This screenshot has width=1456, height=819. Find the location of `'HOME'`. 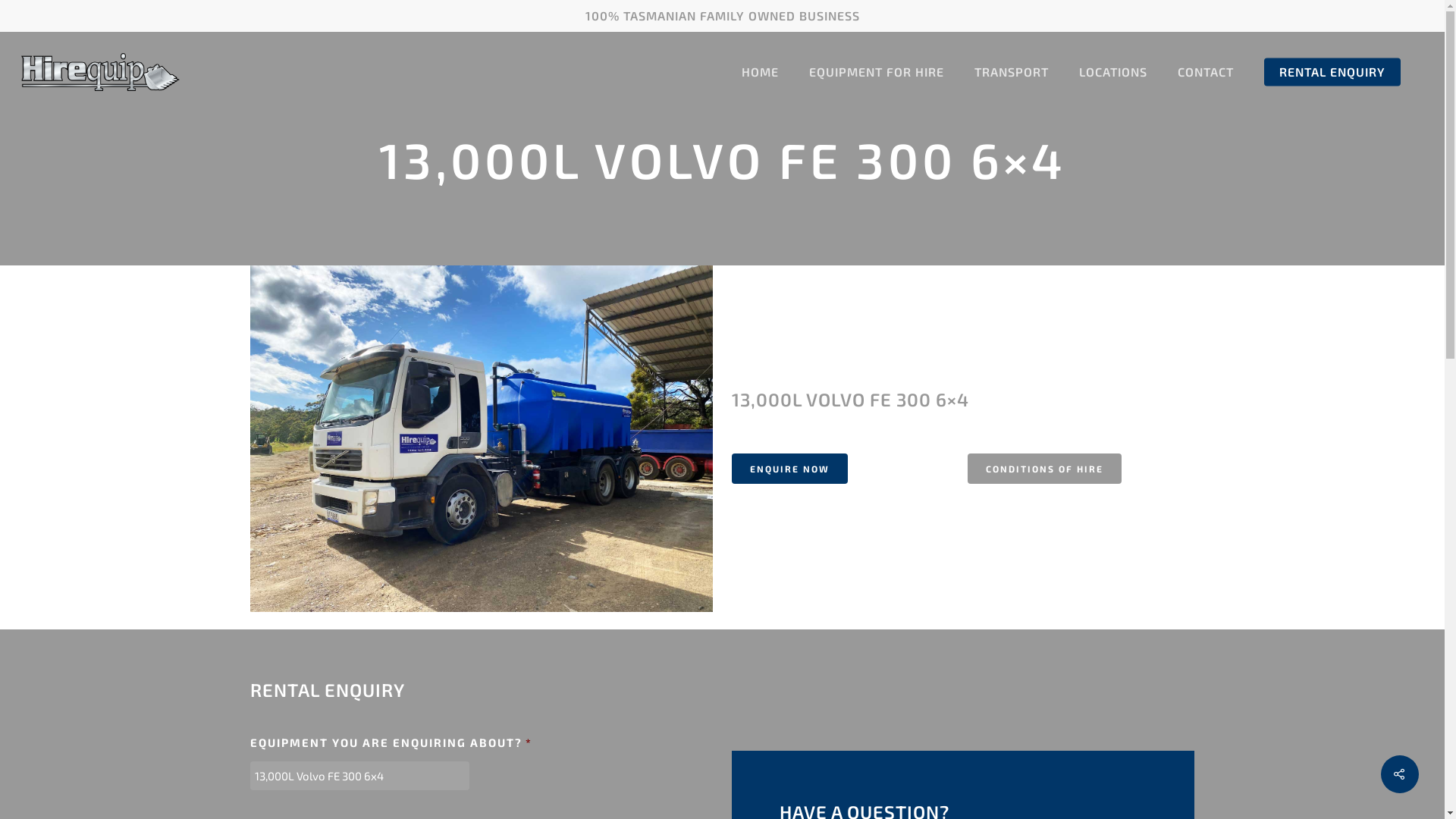

'HOME' is located at coordinates (760, 72).